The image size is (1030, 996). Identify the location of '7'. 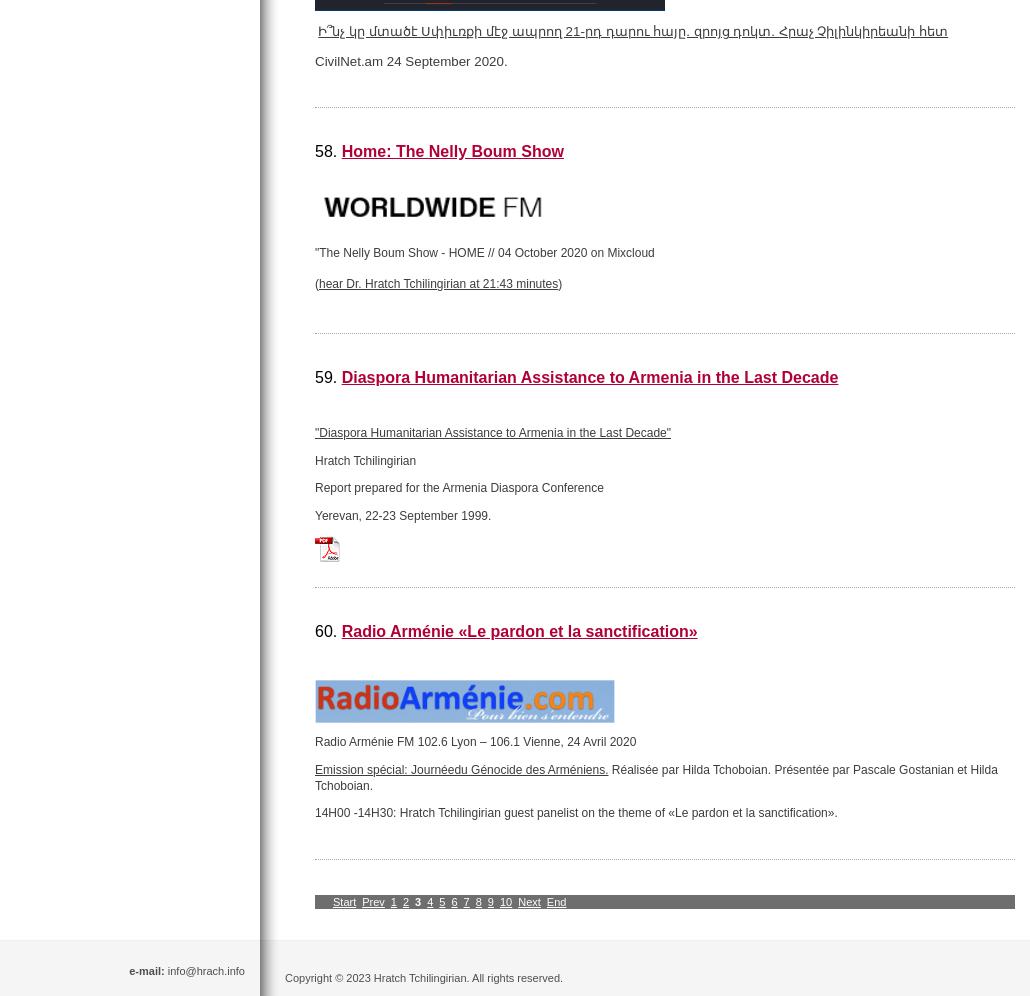
(464, 899).